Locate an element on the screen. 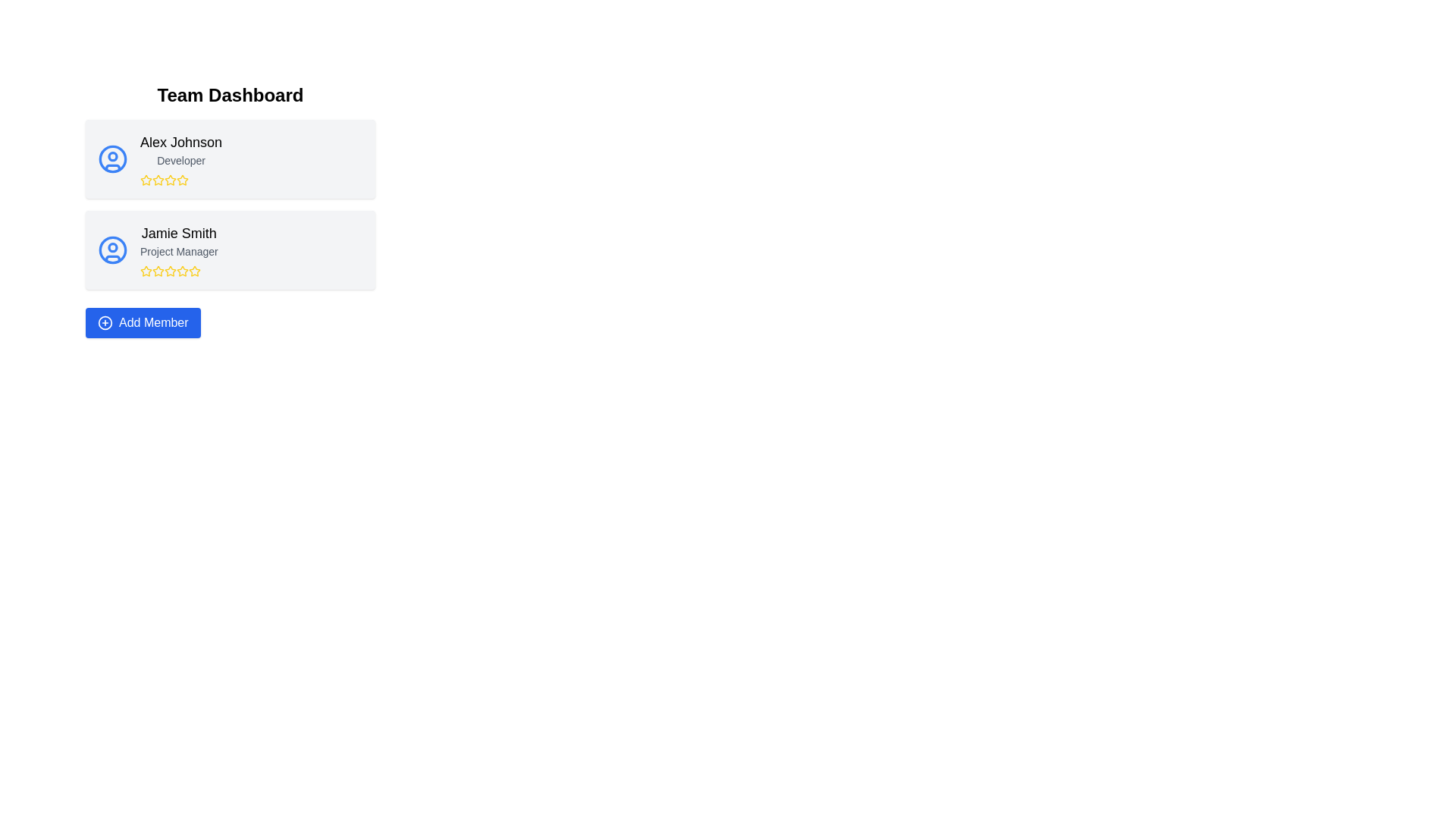 The height and width of the screenshot is (819, 1456). the avatar icon representing user 'Alex Johnson', located at the top of the user profile section on the dashboard is located at coordinates (111, 158).